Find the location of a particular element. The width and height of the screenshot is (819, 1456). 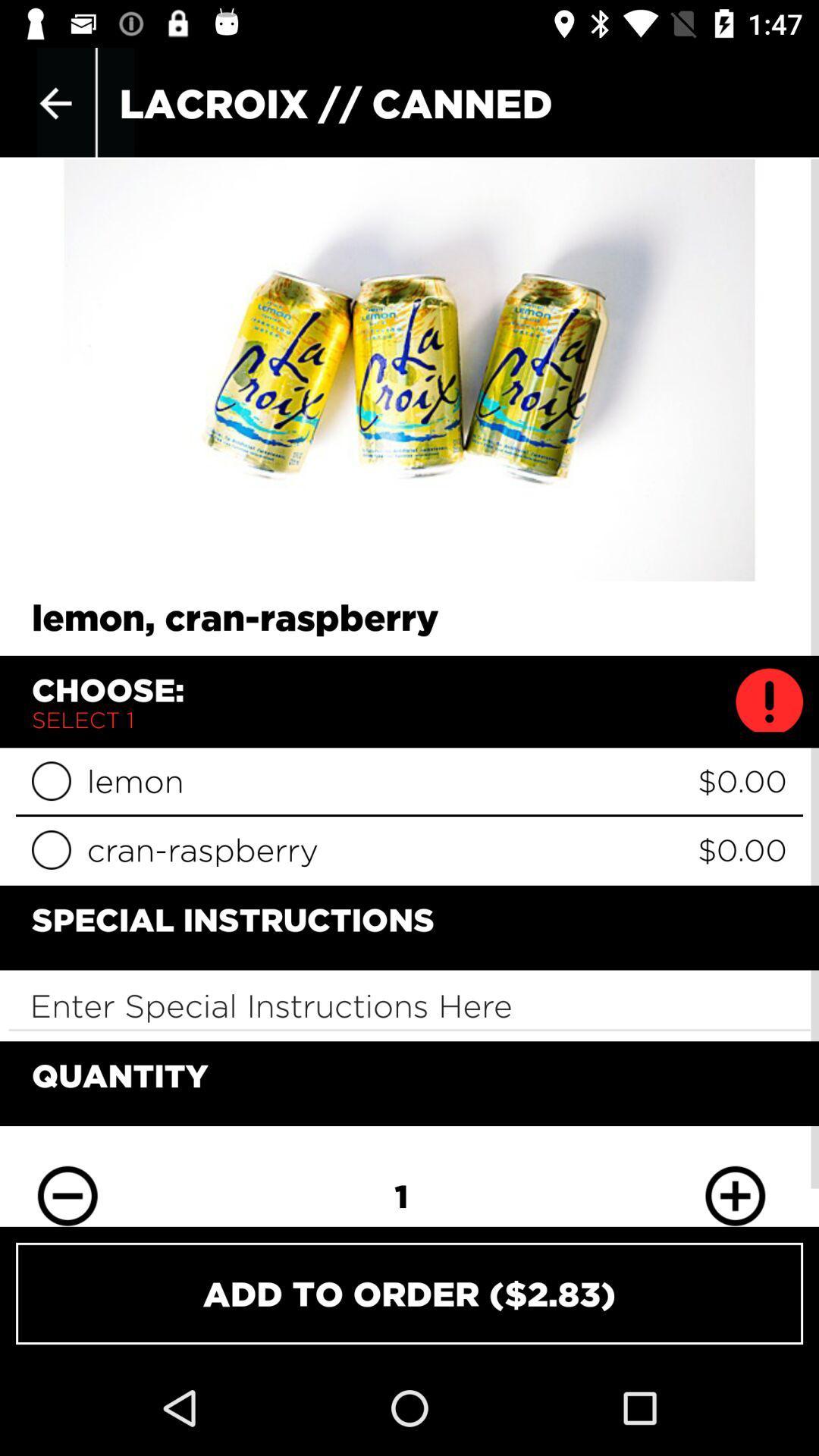

your own special instructions is located at coordinates (409, 1006).